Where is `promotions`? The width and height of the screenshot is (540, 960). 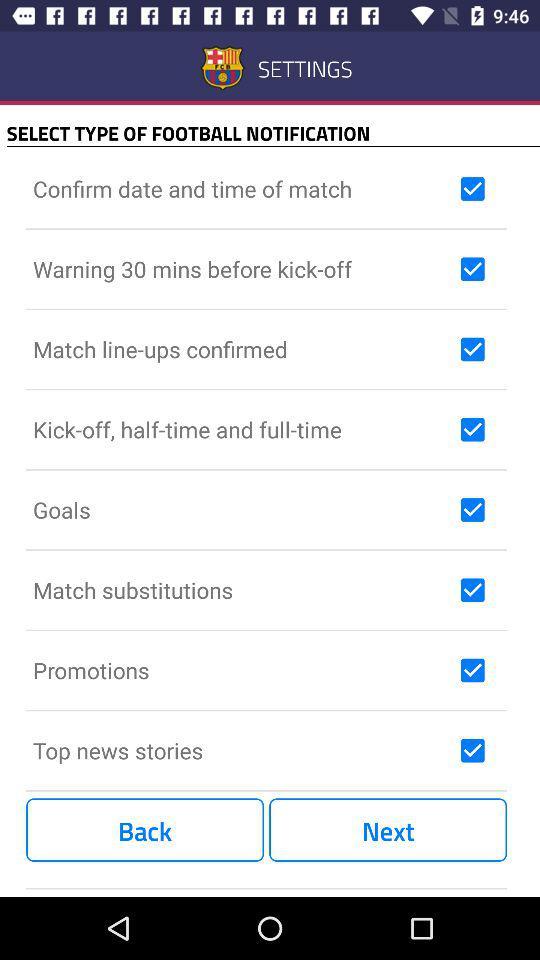
promotions is located at coordinates (472, 670).